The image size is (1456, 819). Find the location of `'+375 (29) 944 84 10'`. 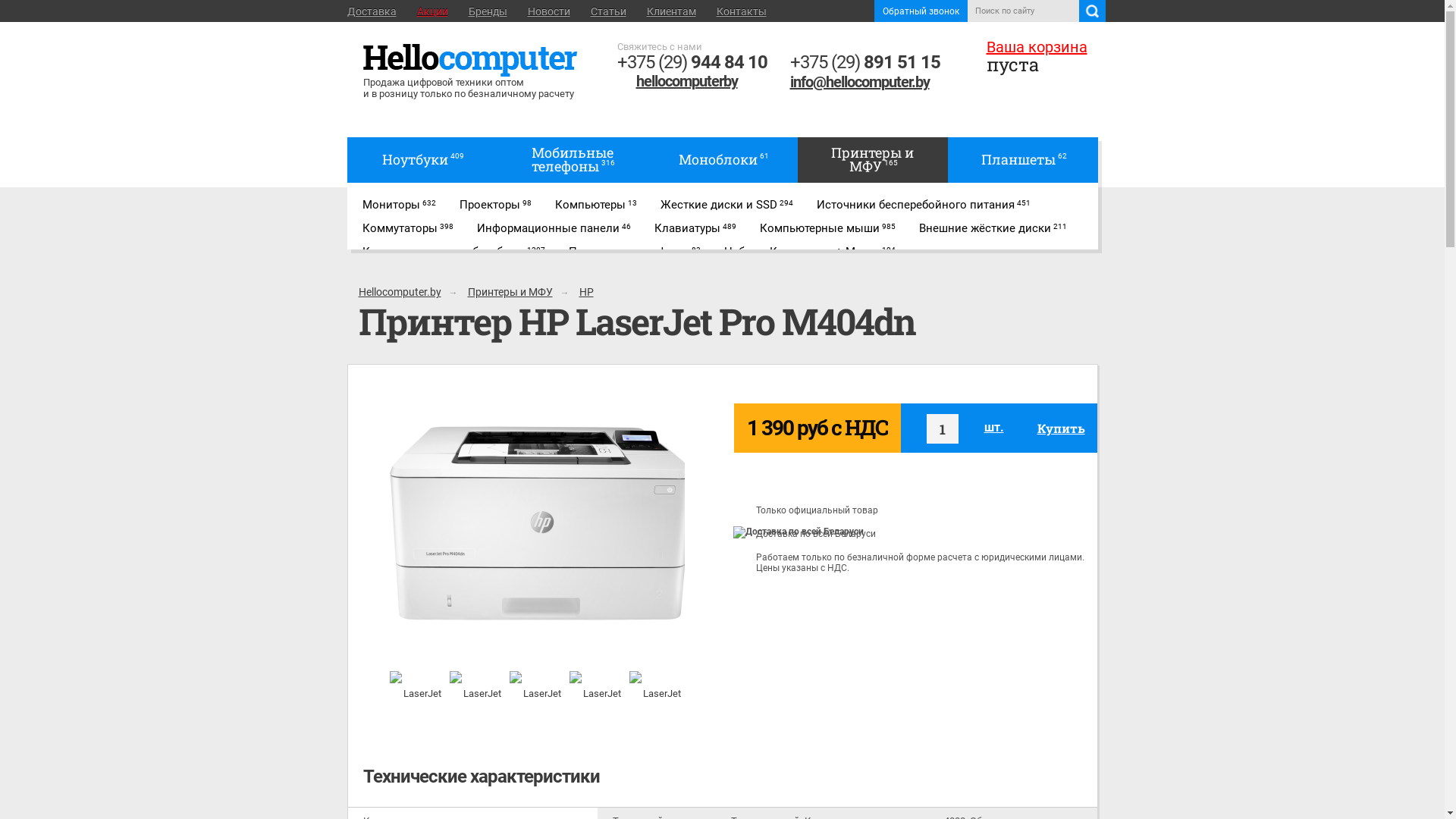

'+375 (29) 944 84 10' is located at coordinates (691, 61).